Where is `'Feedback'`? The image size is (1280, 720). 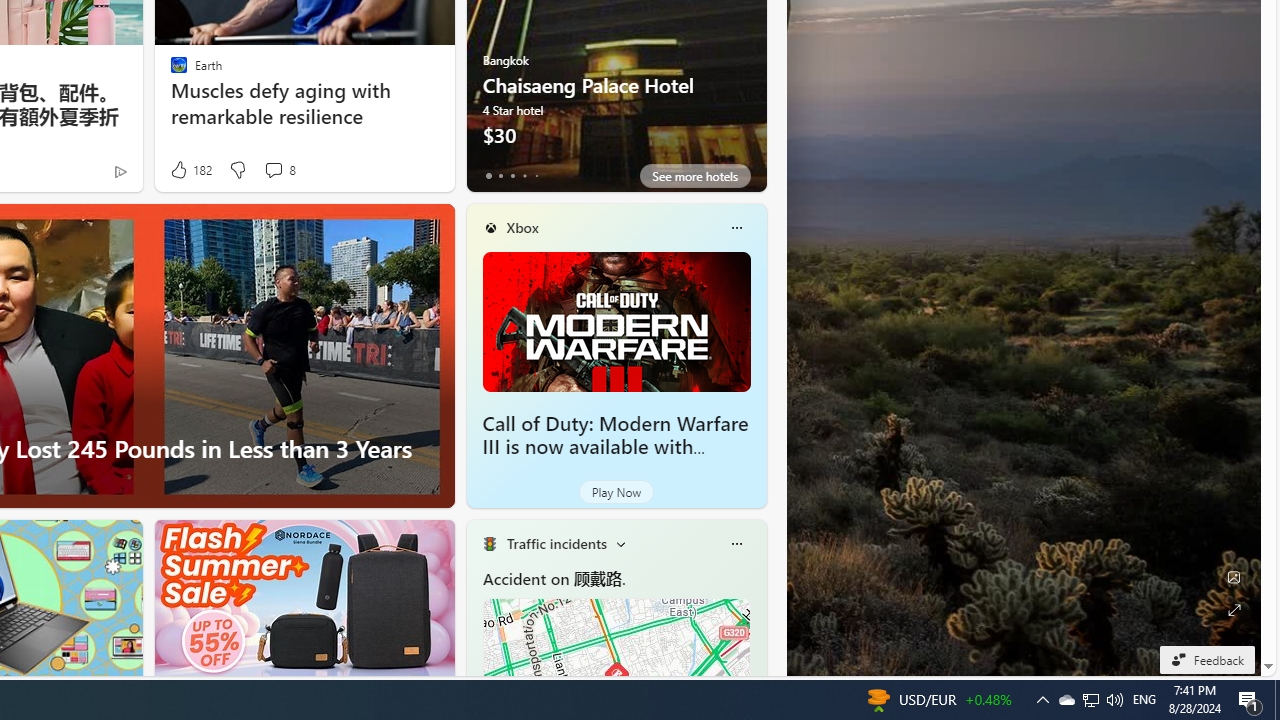
'Feedback' is located at coordinates (1205, 659).